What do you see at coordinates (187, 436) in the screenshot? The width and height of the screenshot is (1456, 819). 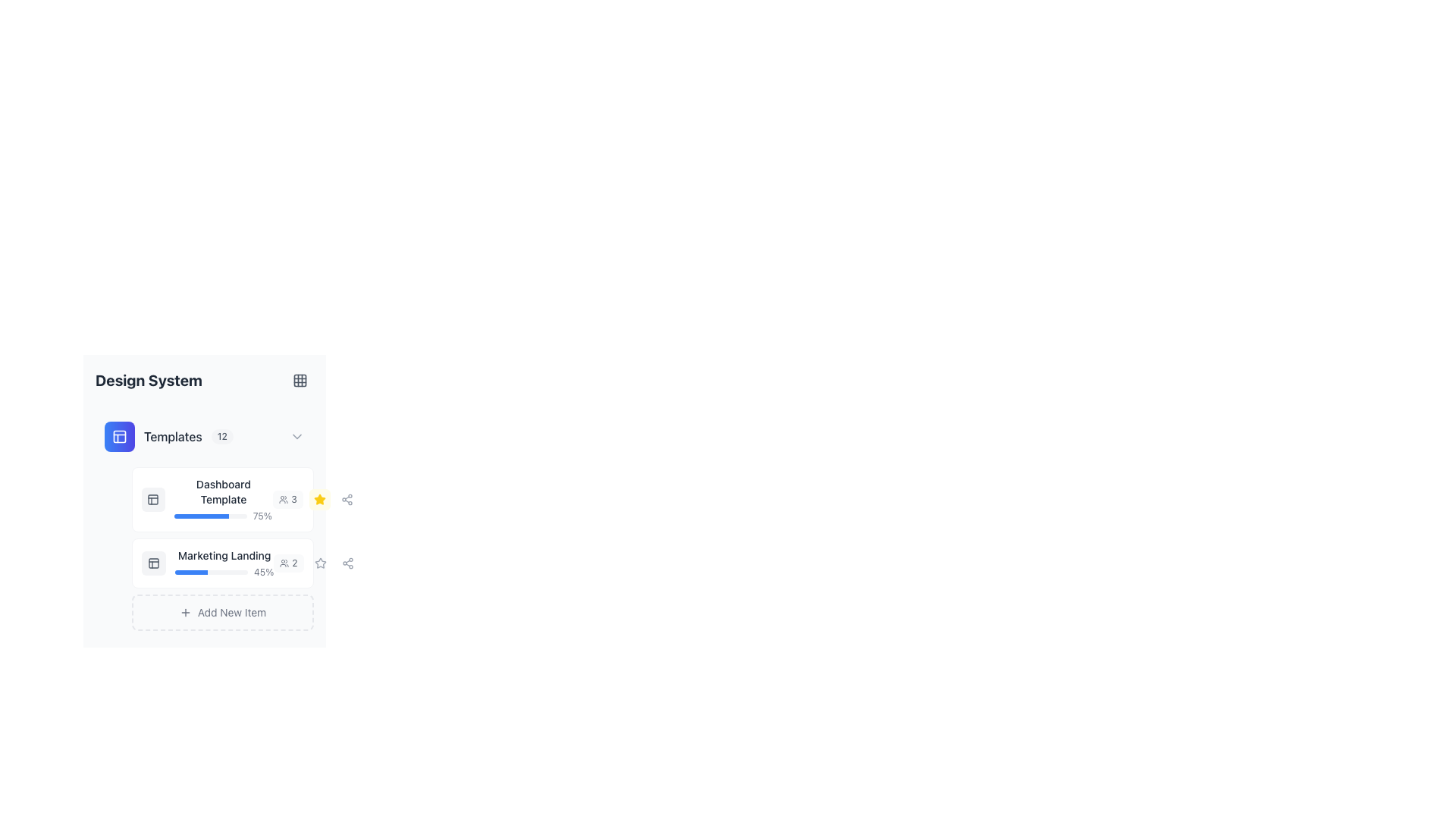 I see `the text-based informational element labeled 'Templates' with count '12', located under the blue folder icon in the 'Design System' menu` at bounding box center [187, 436].